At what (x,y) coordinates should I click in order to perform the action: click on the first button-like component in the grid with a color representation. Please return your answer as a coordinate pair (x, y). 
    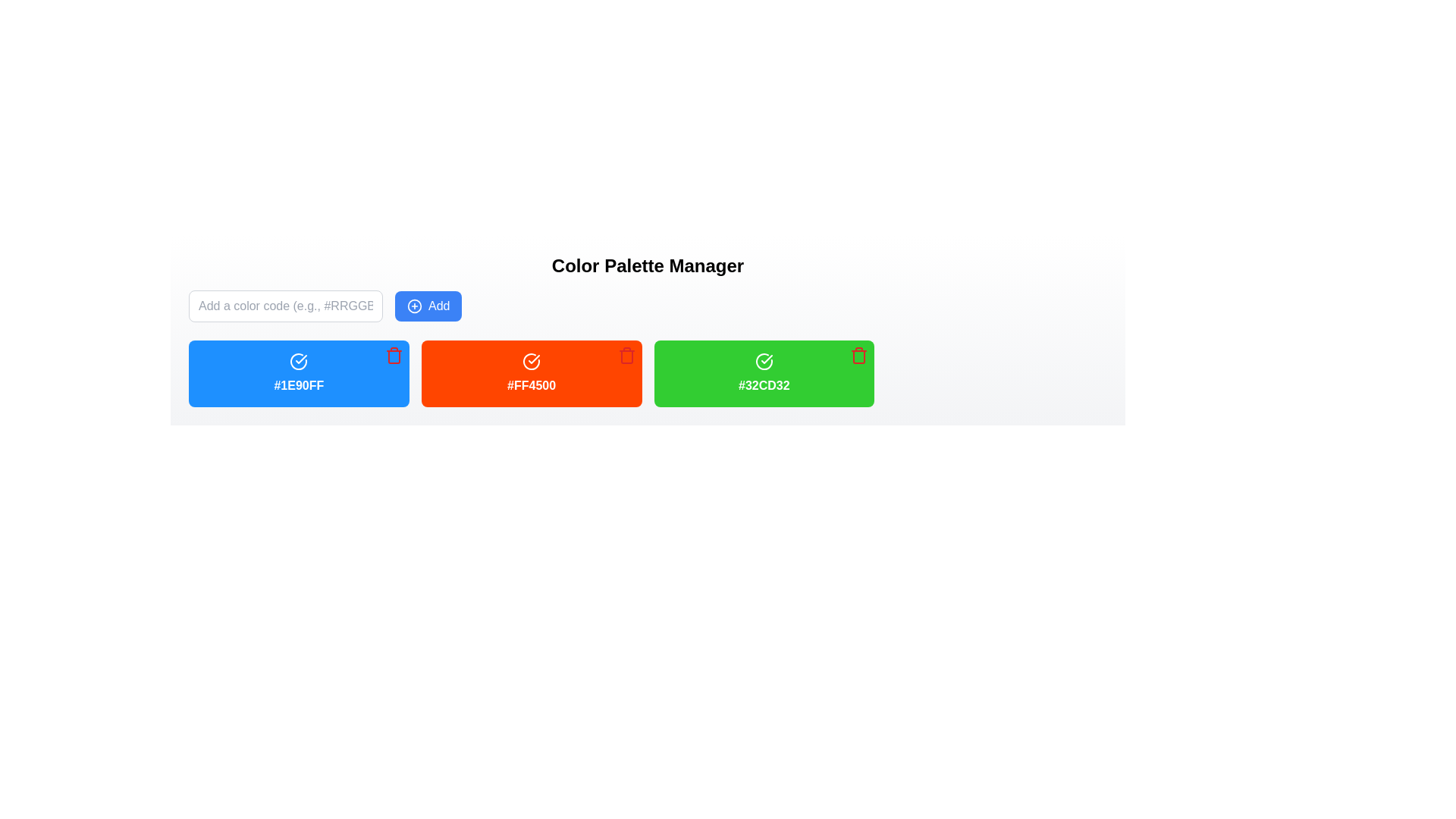
    Looking at the image, I should click on (299, 374).